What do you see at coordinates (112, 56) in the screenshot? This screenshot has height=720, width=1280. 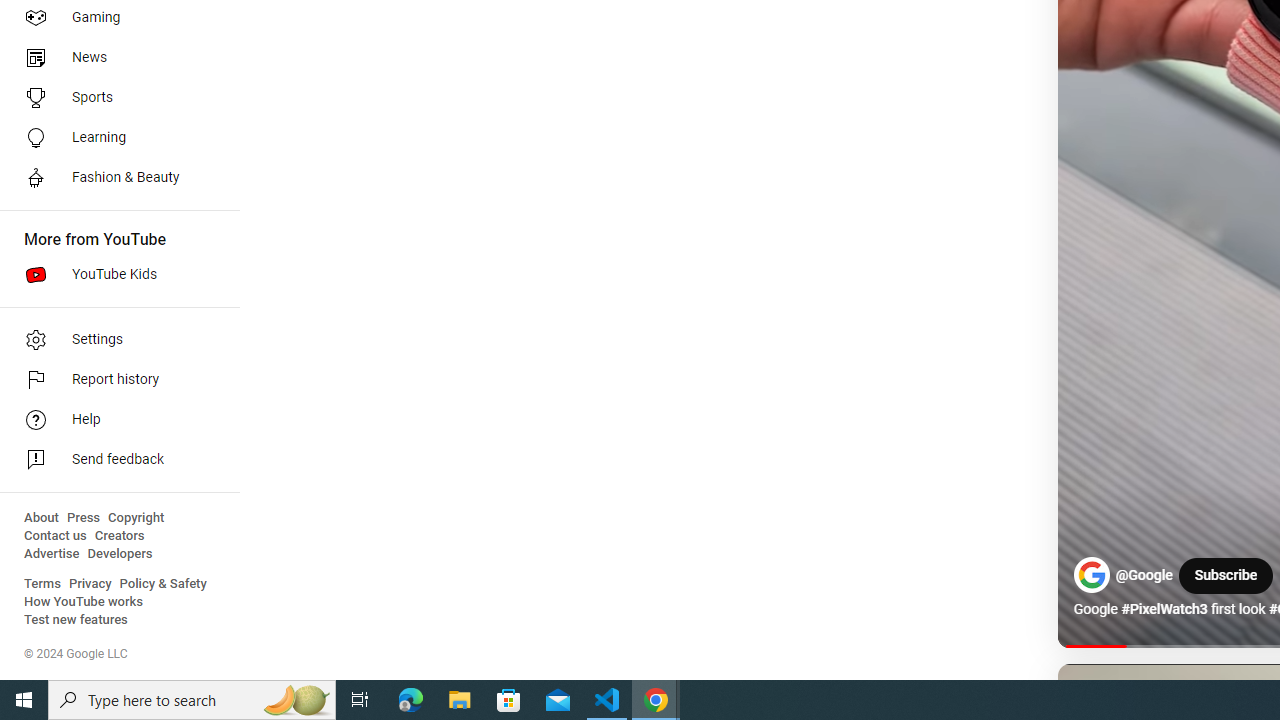 I see `'News'` at bounding box center [112, 56].